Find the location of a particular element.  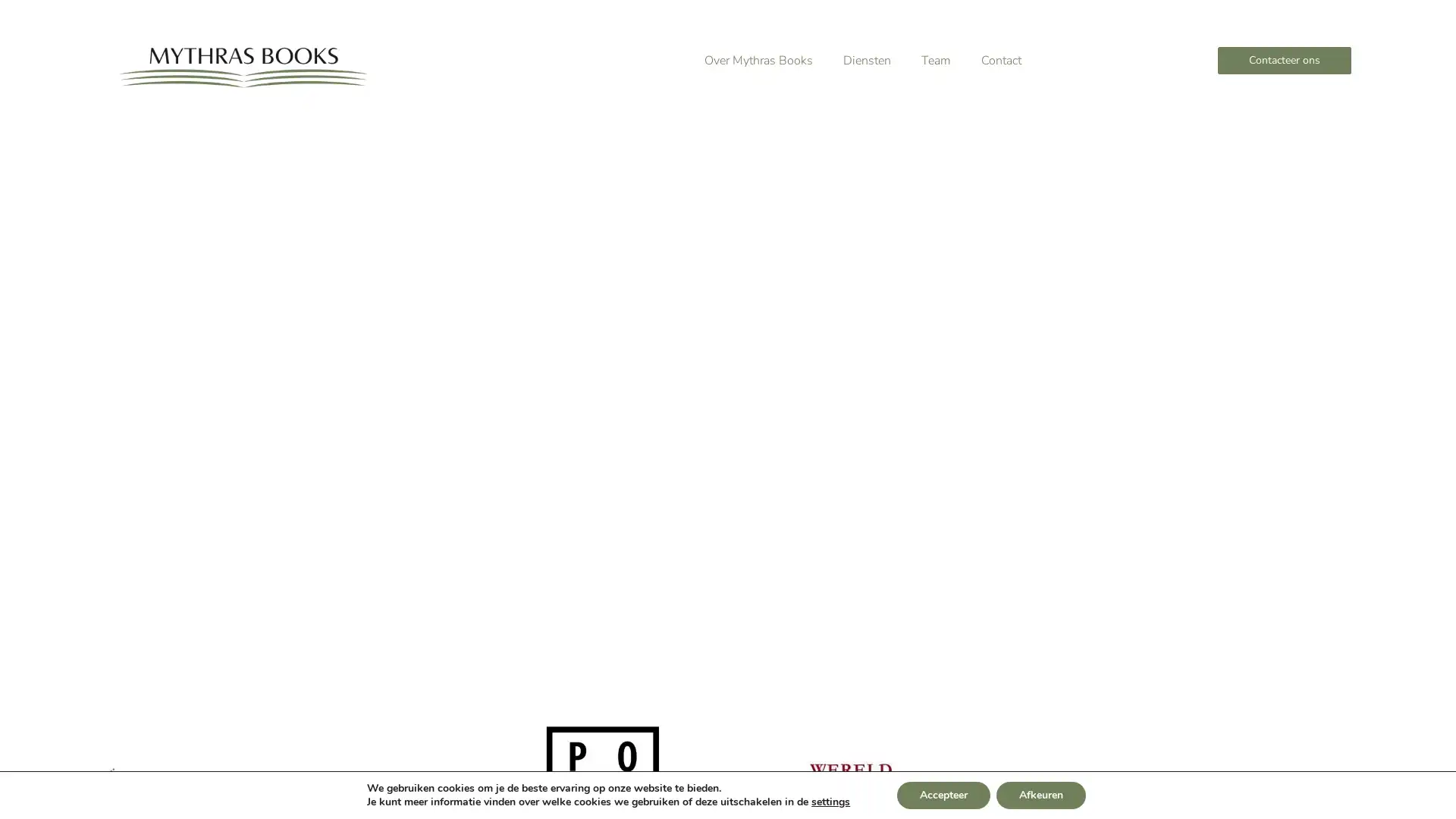

Accepteer is located at coordinates (942, 795).